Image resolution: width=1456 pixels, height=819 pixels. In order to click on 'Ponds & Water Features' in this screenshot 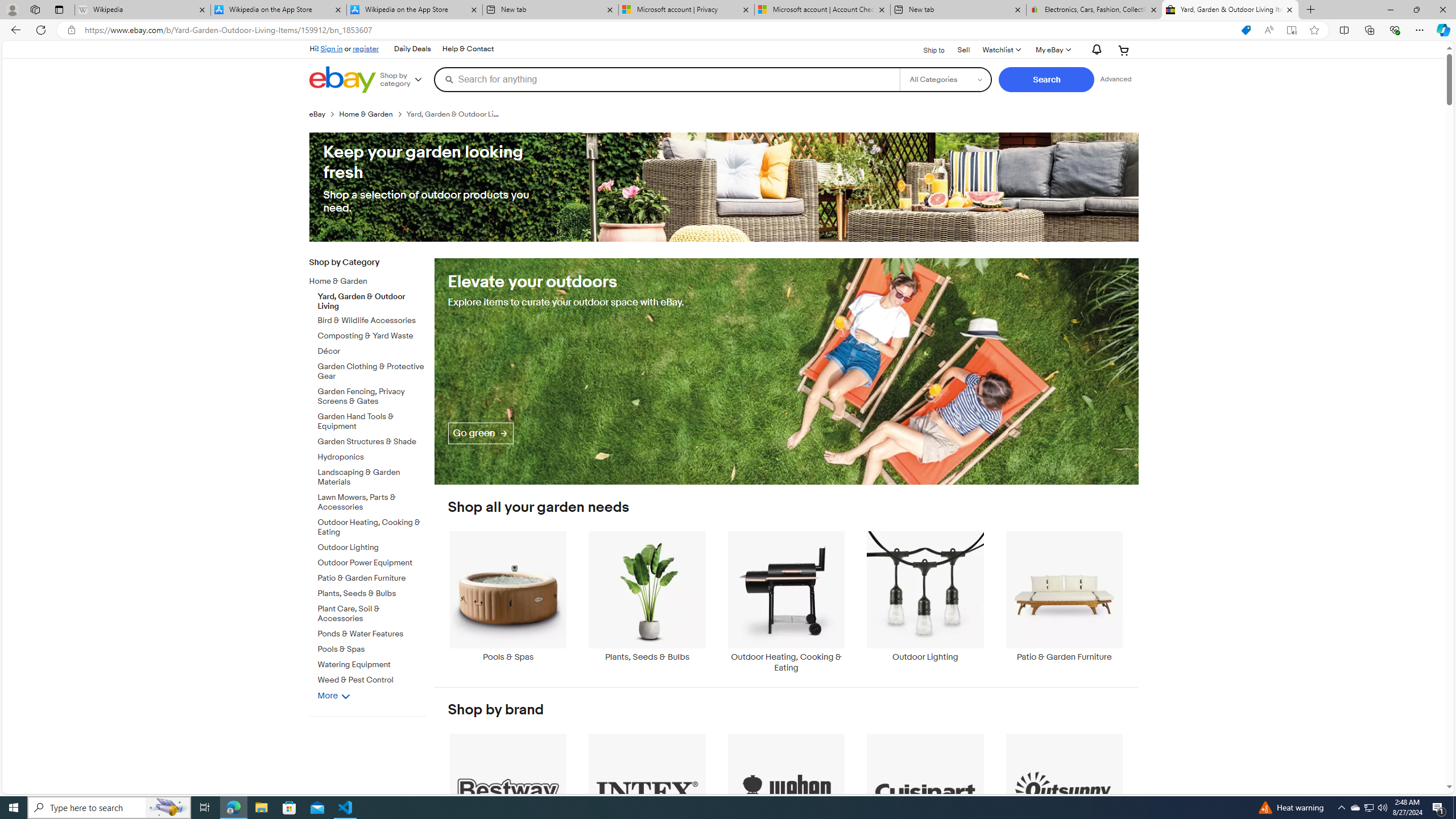, I will do `click(371, 634)`.